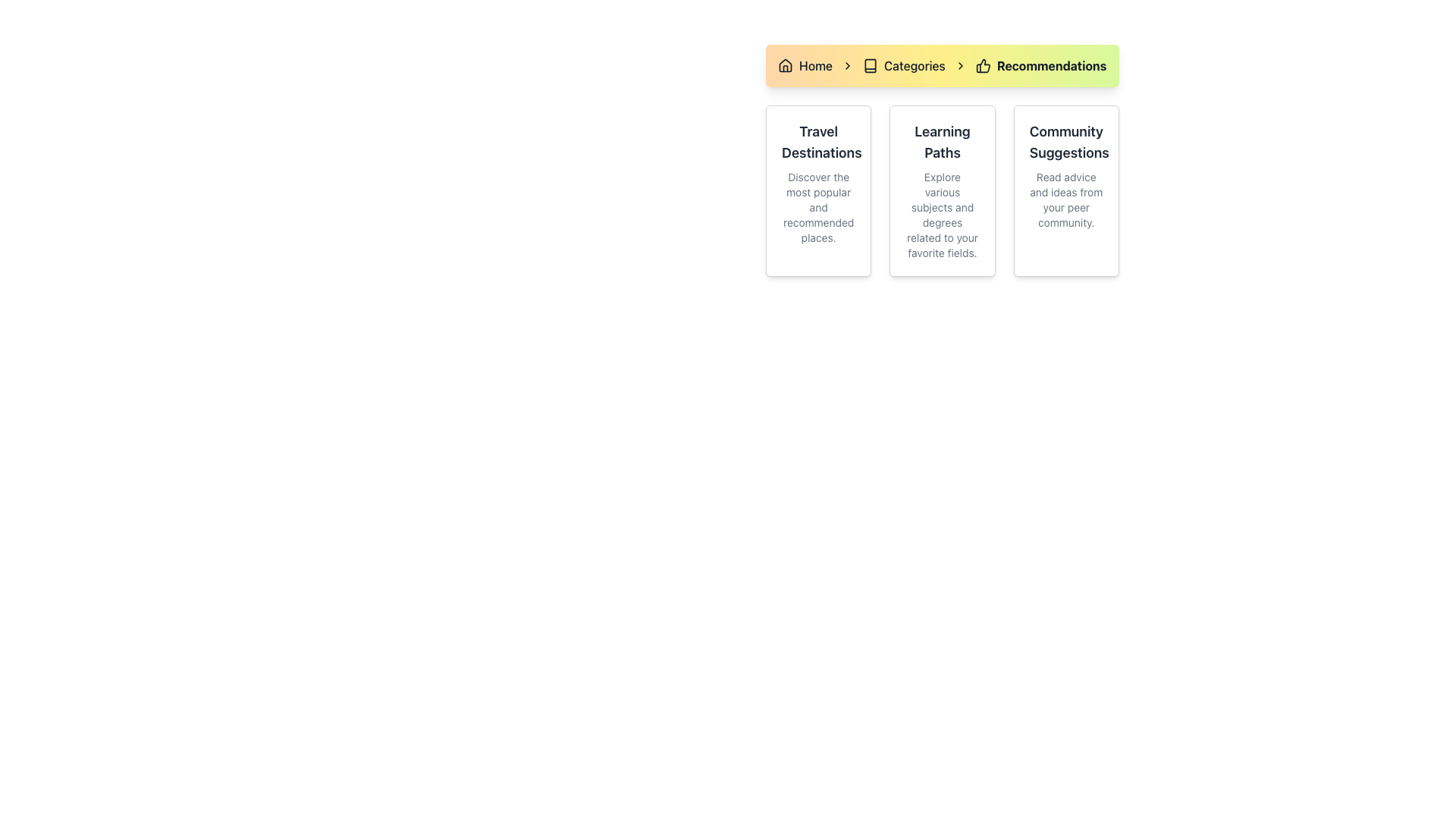 The width and height of the screenshot is (1456, 819). Describe the element at coordinates (942, 190) in the screenshot. I see `the 'Learning Paths' informational card, which has a white background, bold title, and is the second card in a row of three within a grid layout` at that location.